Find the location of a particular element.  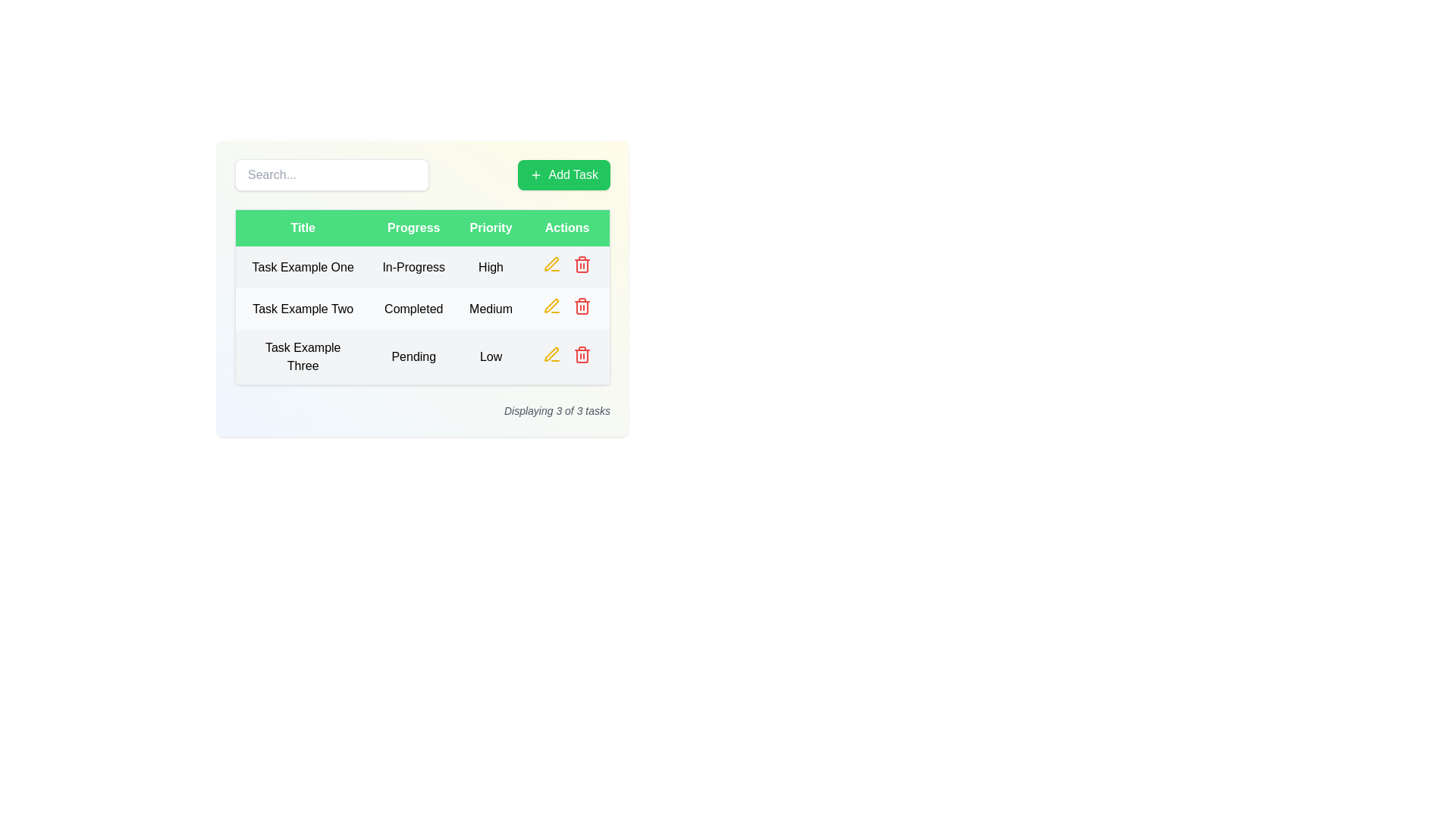

the small yellow pencil icon in the 'Actions' column for 'Task Example Two' to initiate editing is located at coordinates (551, 354).